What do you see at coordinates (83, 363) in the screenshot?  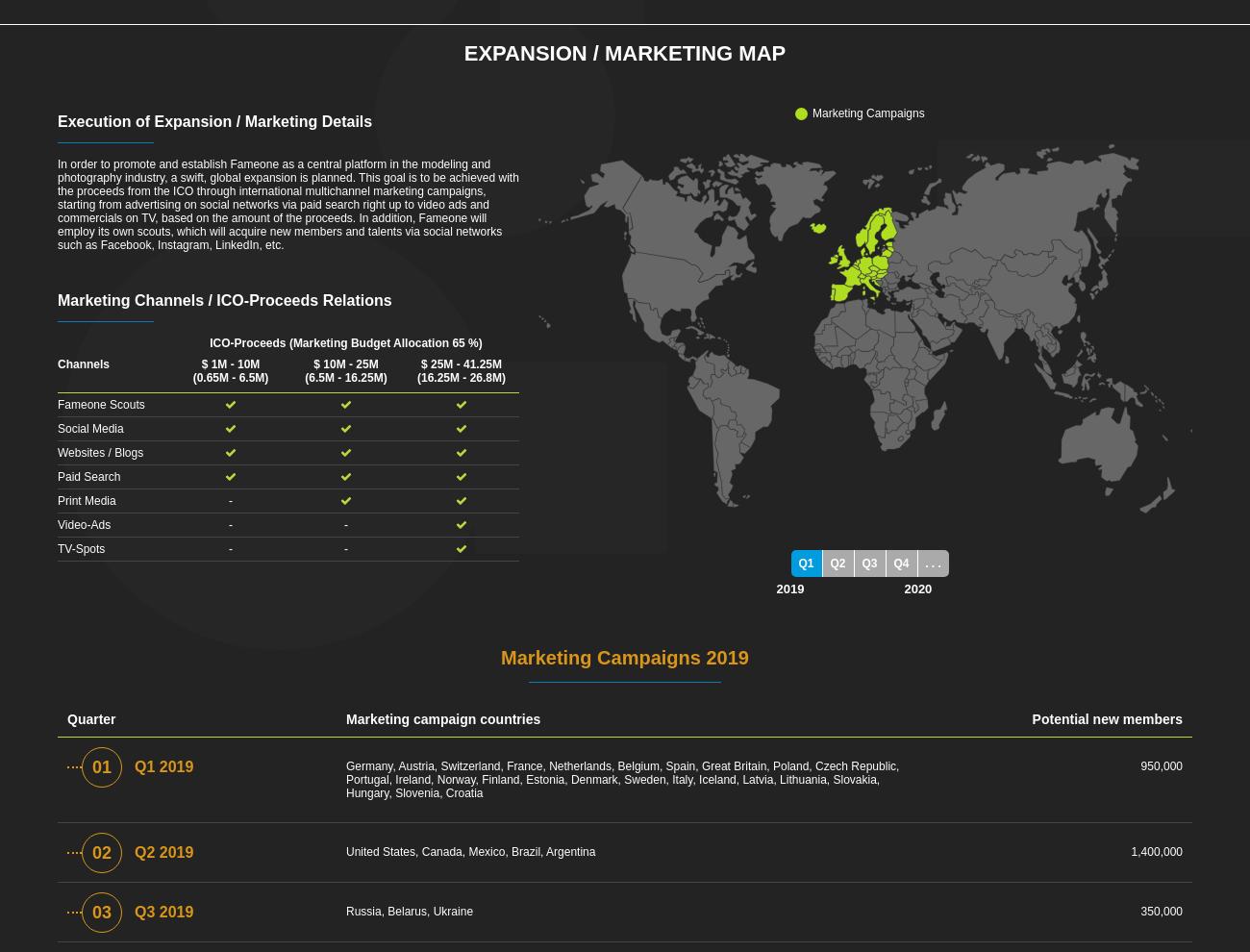 I see `'Channels'` at bounding box center [83, 363].